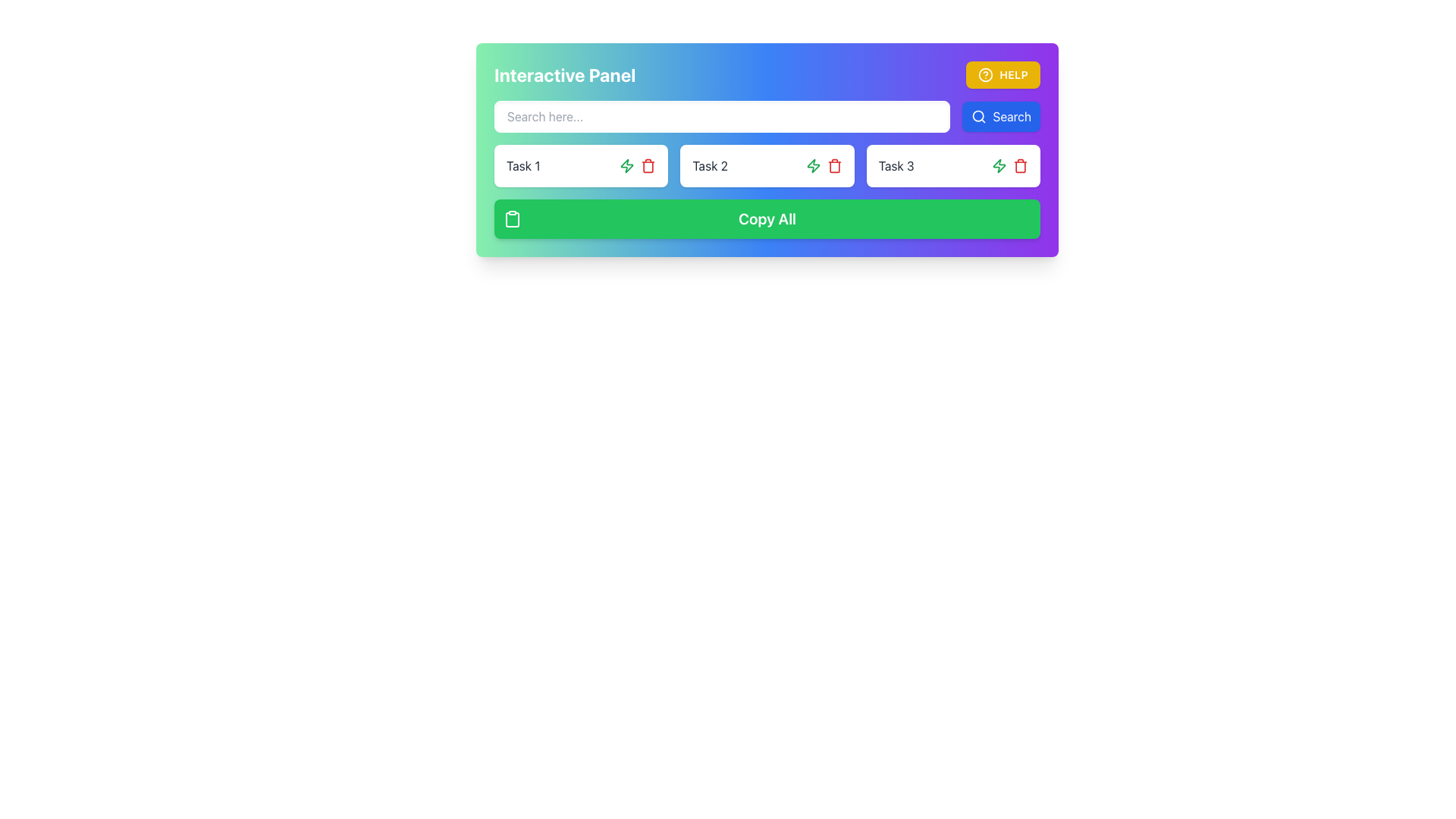 The height and width of the screenshot is (819, 1456). What do you see at coordinates (986, 75) in the screenshot?
I see `the inner circle of the 'Help' icon located in the upper right portion of the interface` at bounding box center [986, 75].